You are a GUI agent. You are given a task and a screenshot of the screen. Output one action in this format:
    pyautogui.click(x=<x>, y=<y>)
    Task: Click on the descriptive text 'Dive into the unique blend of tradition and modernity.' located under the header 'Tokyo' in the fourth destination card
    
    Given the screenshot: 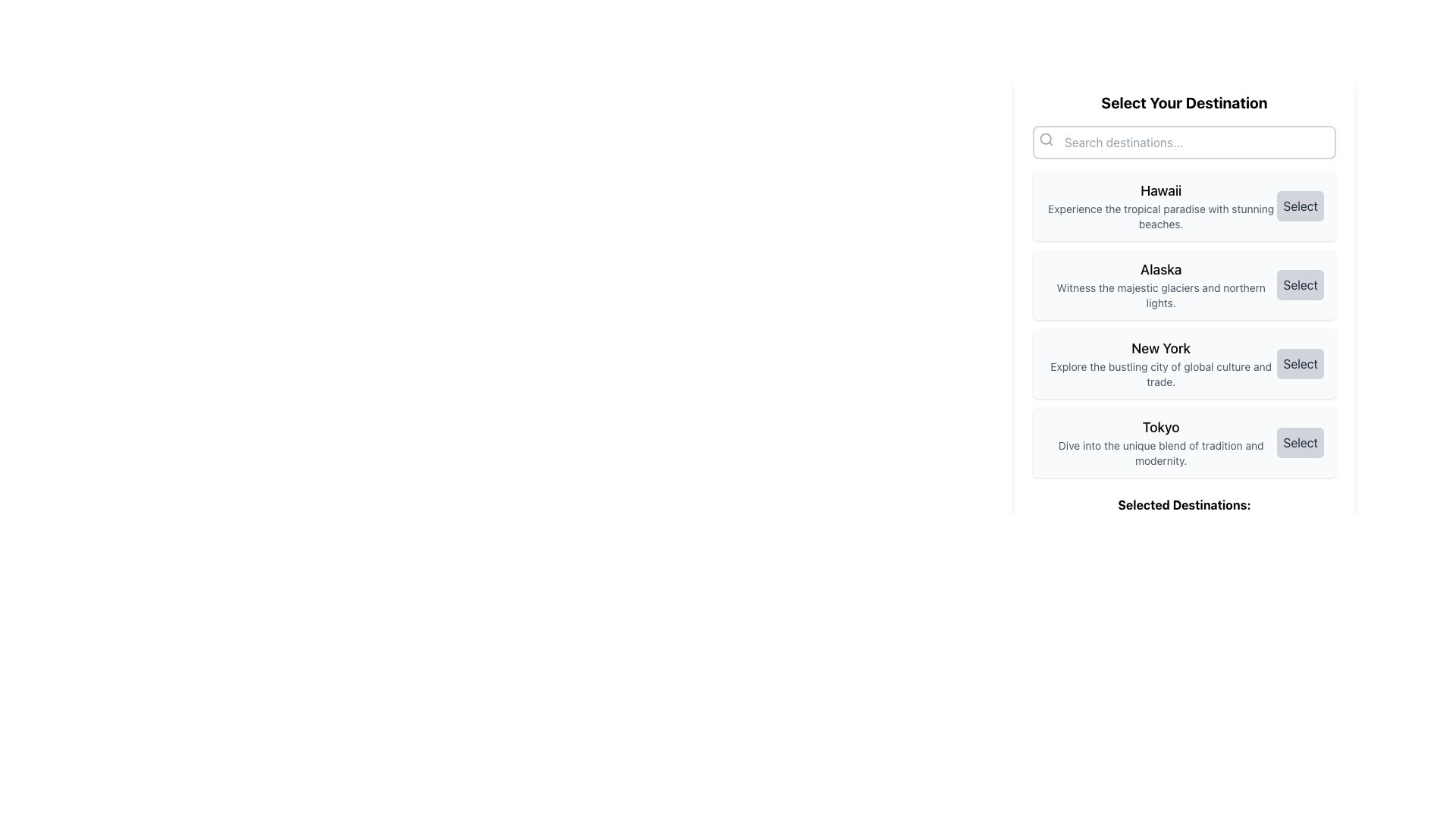 What is the action you would take?
    pyautogui.click(x=1160, y=442)
    